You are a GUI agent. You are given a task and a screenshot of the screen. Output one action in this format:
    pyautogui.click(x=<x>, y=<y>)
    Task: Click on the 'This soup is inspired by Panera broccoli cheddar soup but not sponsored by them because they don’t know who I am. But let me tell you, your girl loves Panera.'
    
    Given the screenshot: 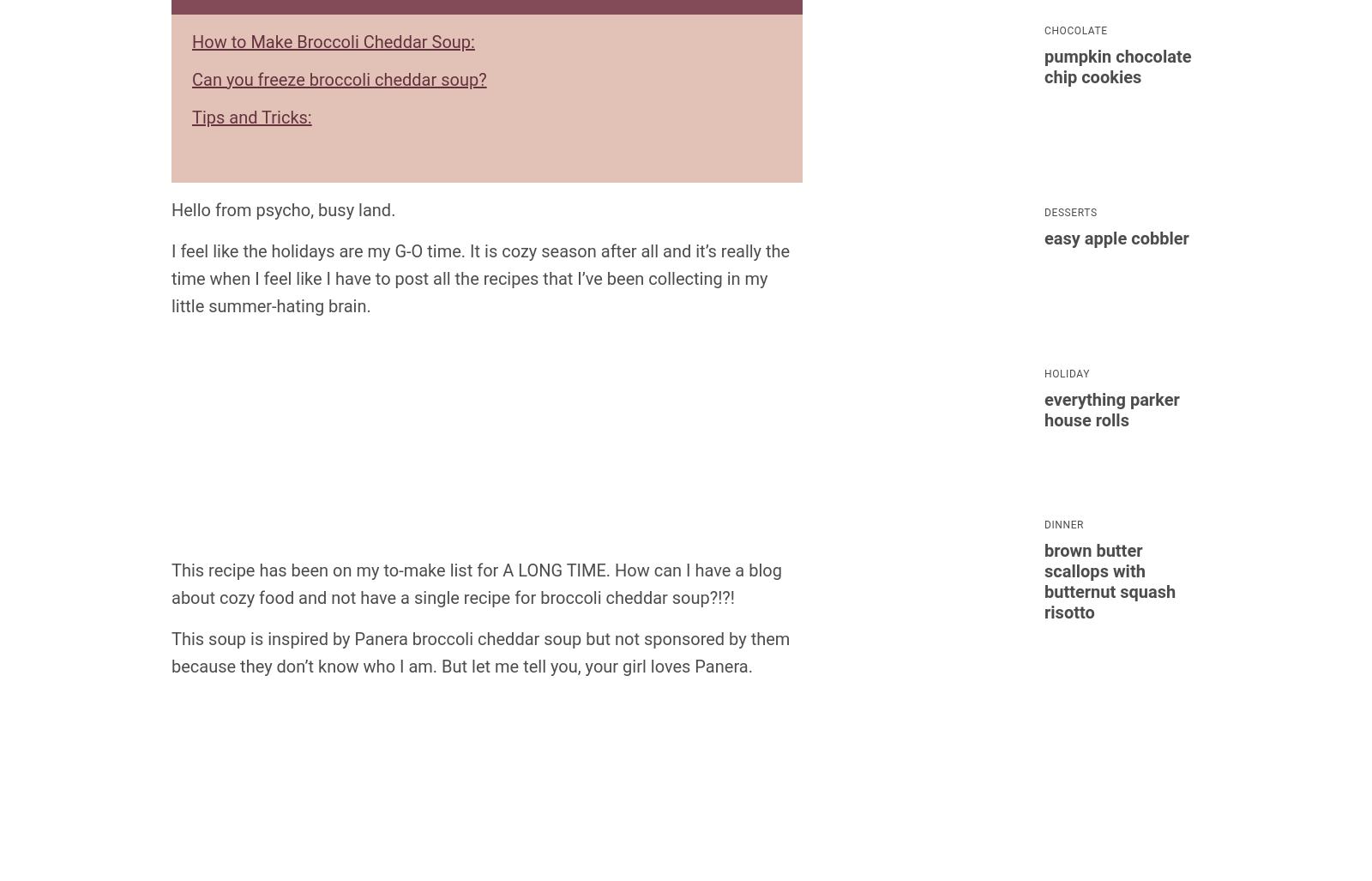 What is the action you would take?
    pyautogui.click(x=479, y=650)
    